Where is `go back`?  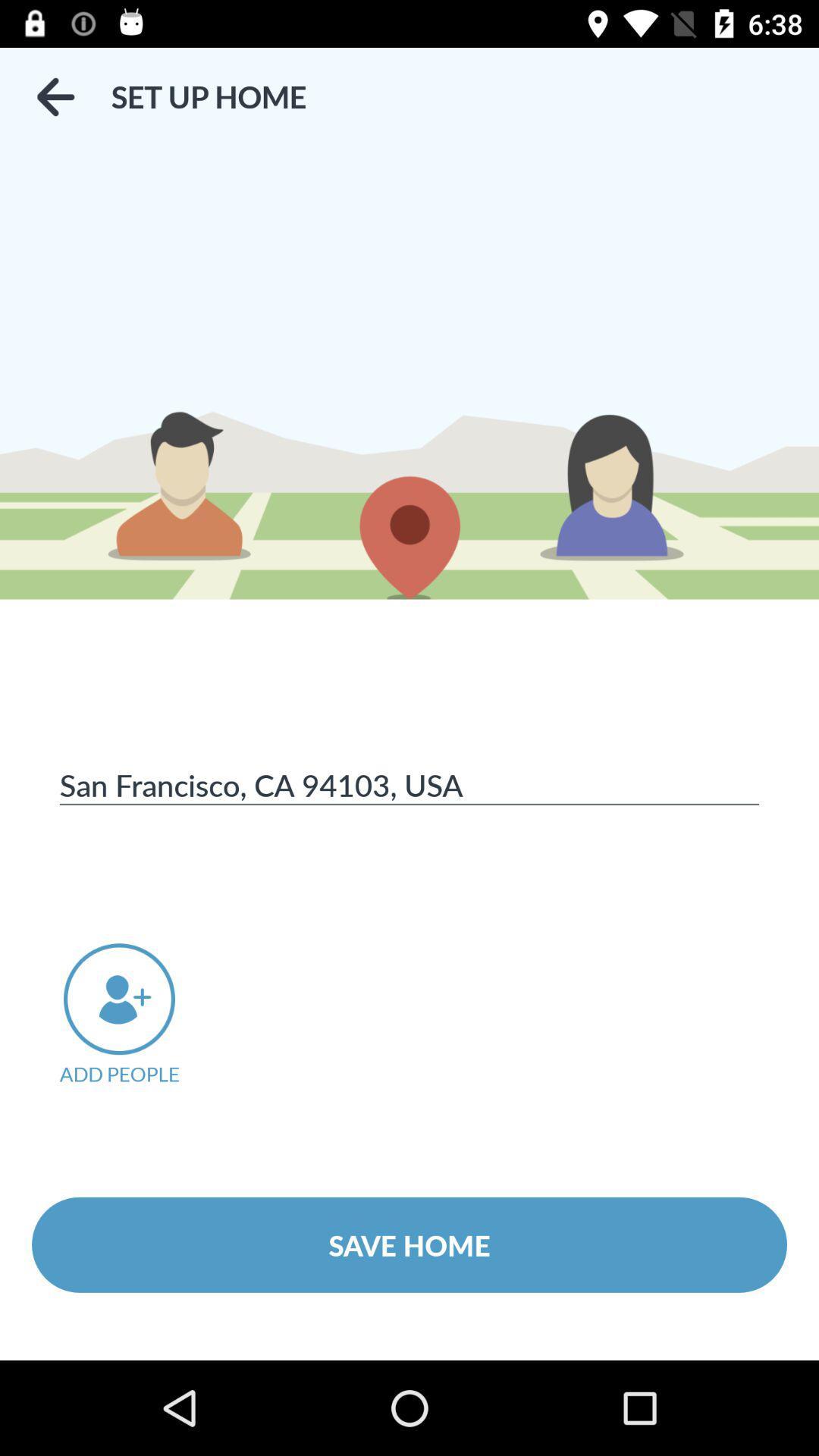 go back is located at coordinates (55, 96).